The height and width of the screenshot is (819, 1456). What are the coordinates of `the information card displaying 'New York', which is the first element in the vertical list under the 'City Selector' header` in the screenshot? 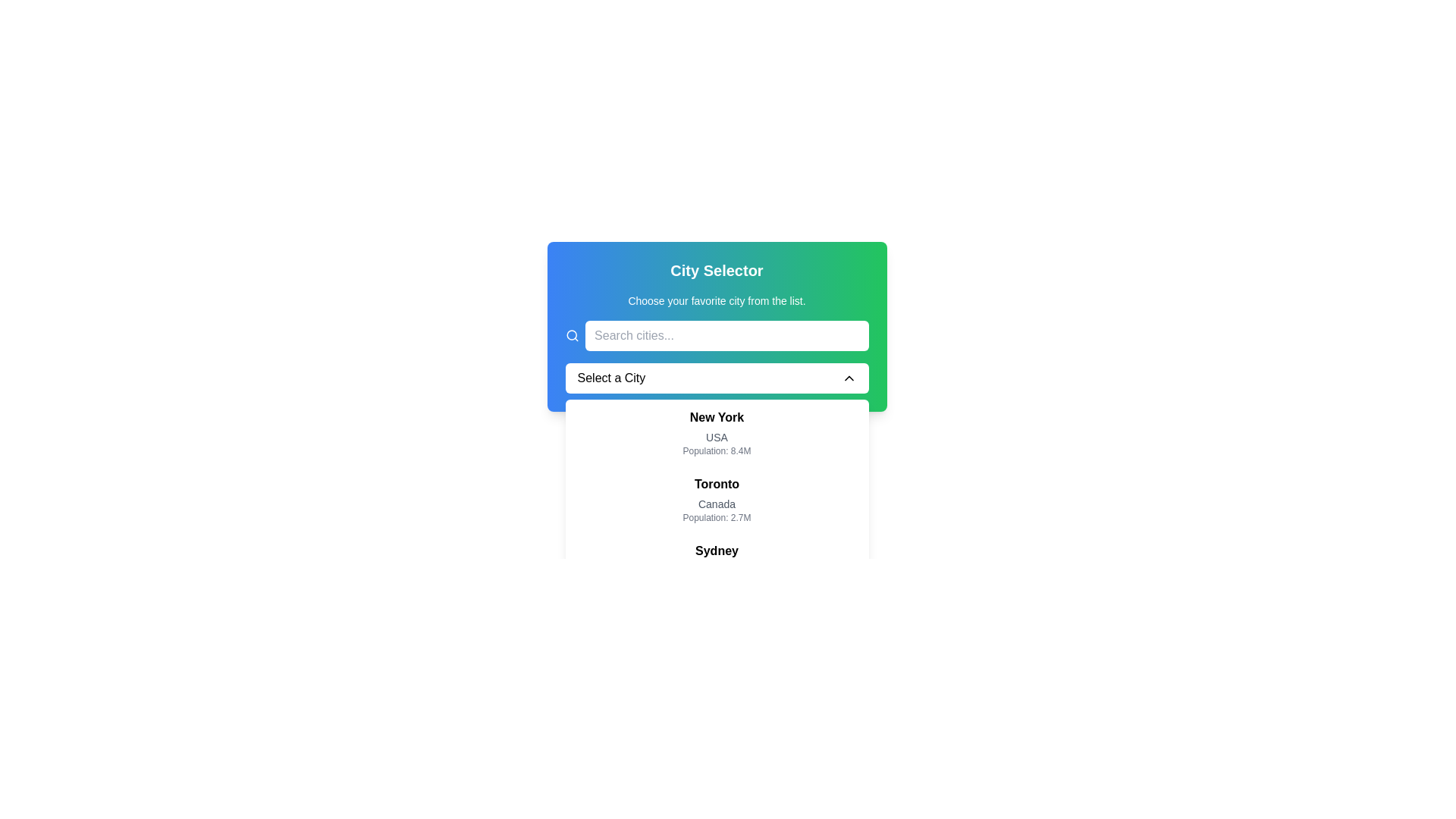 It's located at (716, 432).